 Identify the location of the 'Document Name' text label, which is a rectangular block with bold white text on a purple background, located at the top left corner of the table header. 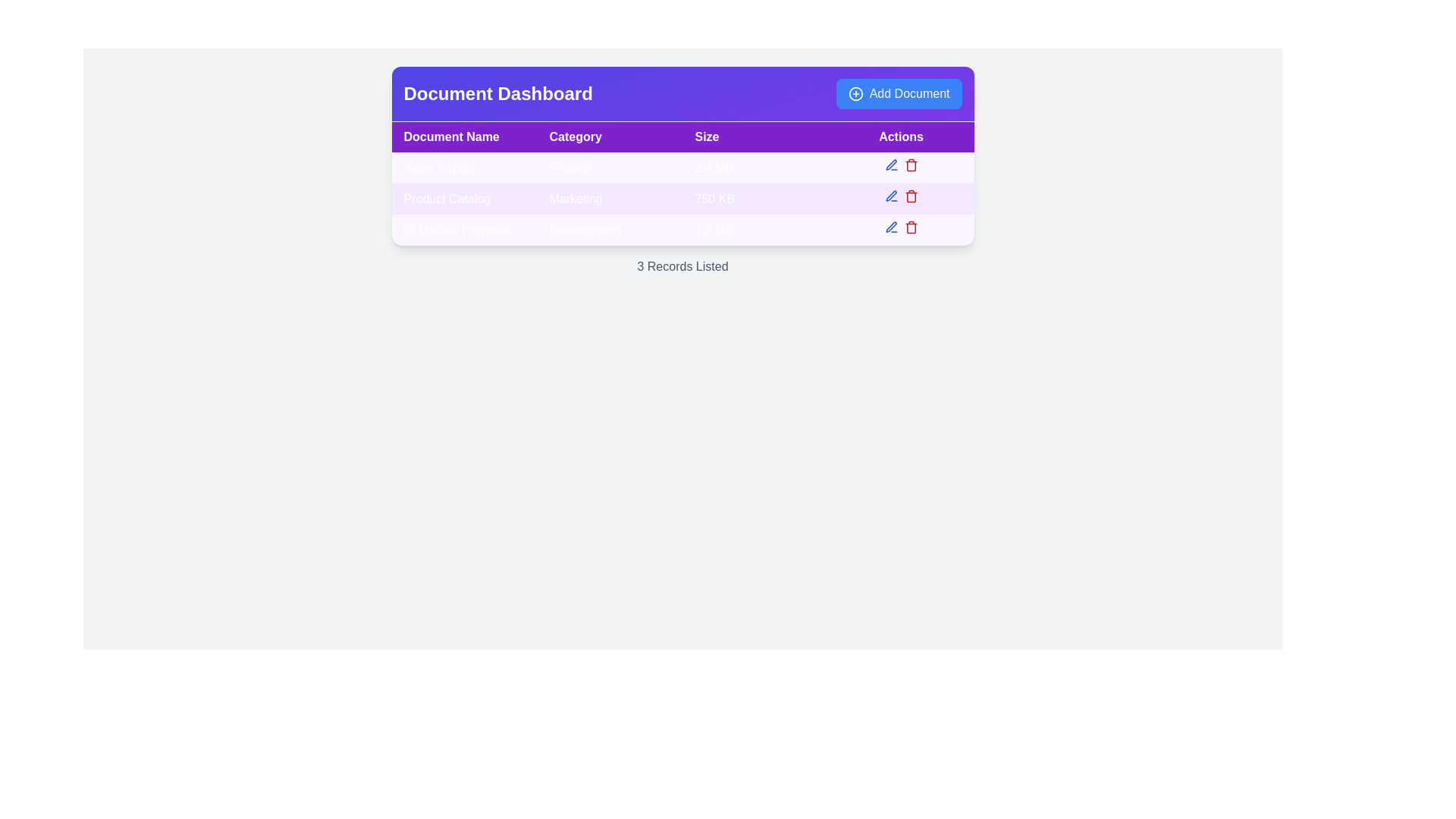
(463, 137).